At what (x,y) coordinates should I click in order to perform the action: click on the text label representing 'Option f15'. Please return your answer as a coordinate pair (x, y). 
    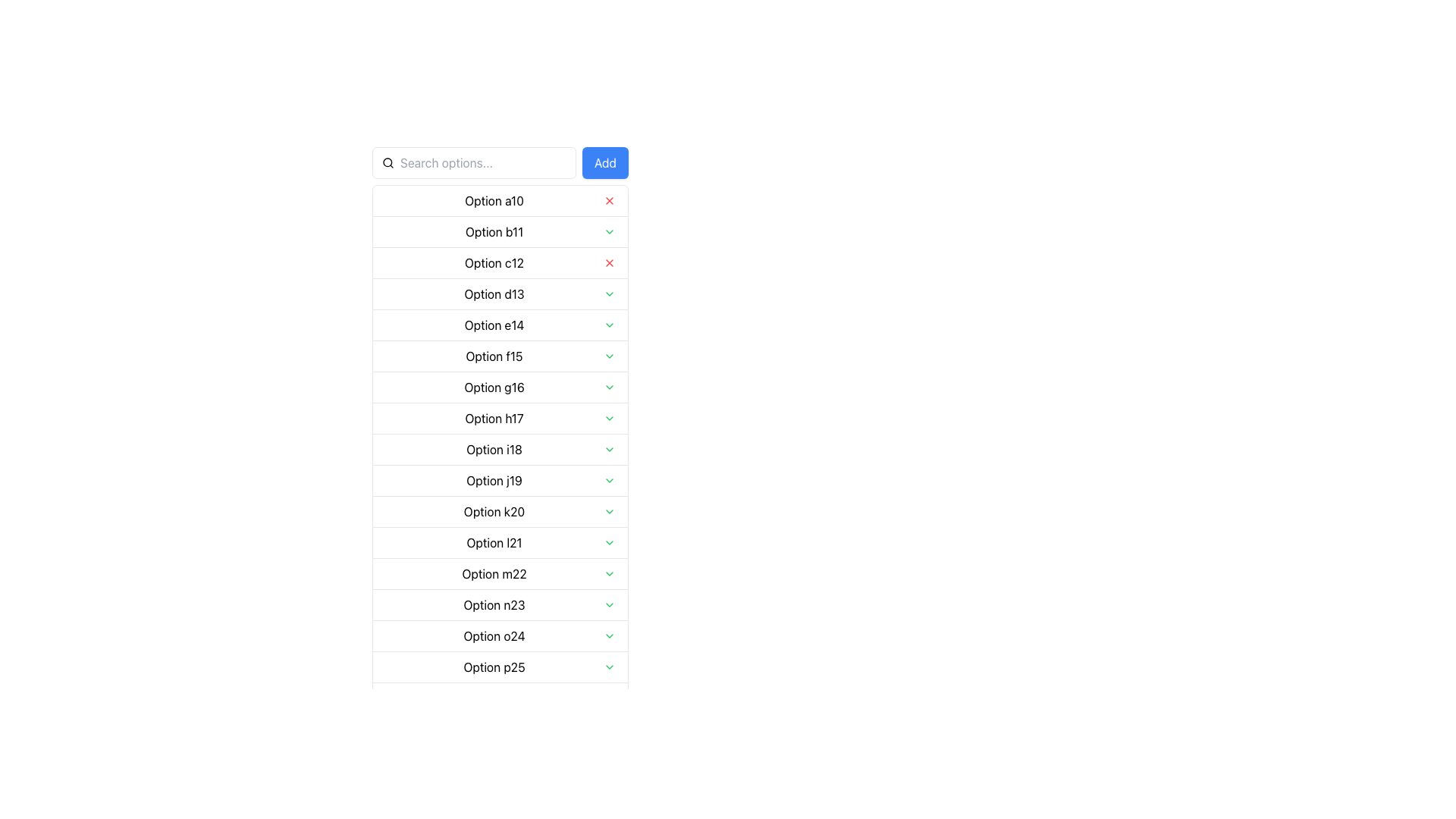
    Looking at the image, I should click on (494, 356).